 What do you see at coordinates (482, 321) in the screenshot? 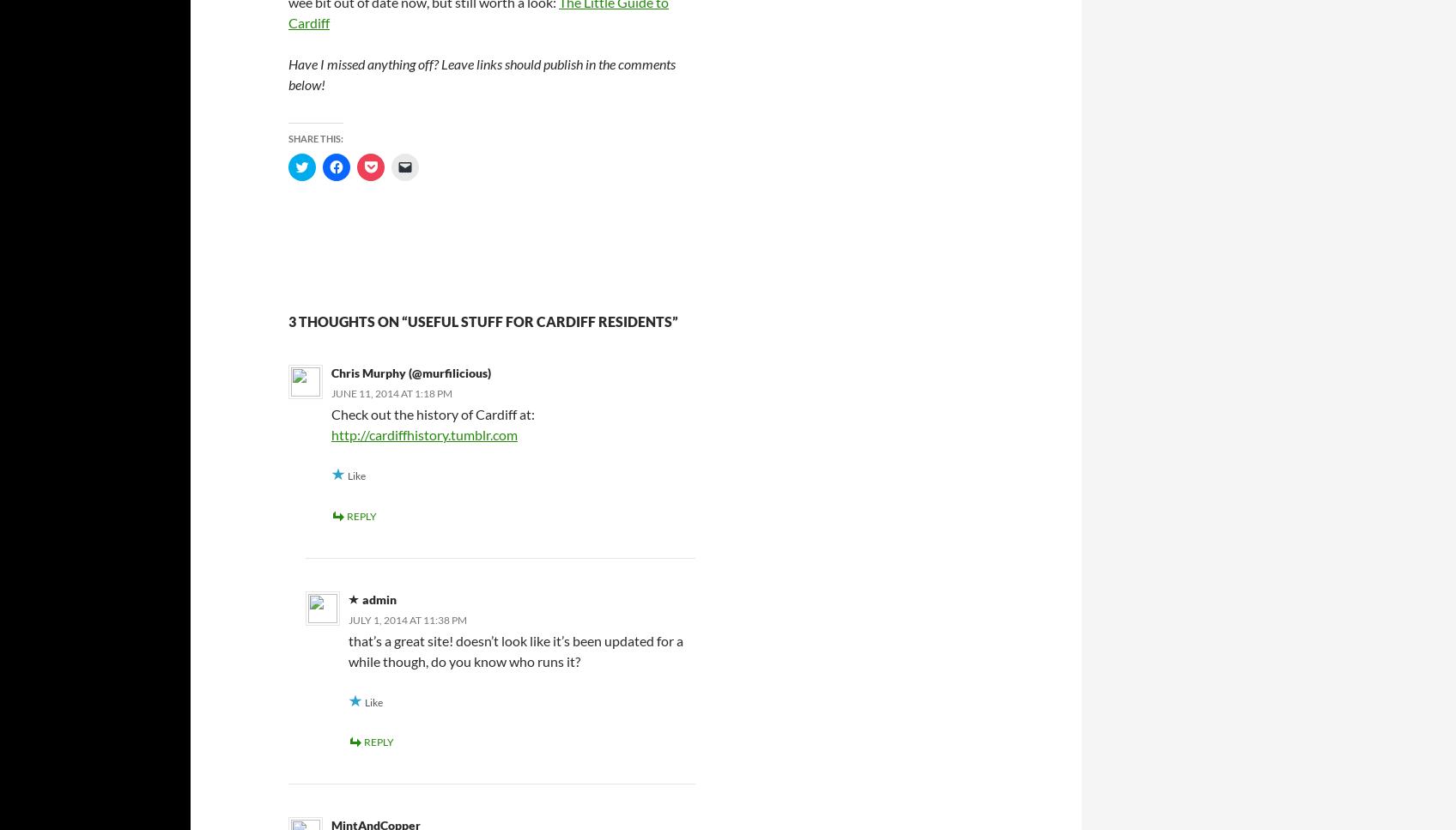
I see `'3 thoughts on “Useful stuff for Cardiff residents”'` at bounding box center [482, 321].